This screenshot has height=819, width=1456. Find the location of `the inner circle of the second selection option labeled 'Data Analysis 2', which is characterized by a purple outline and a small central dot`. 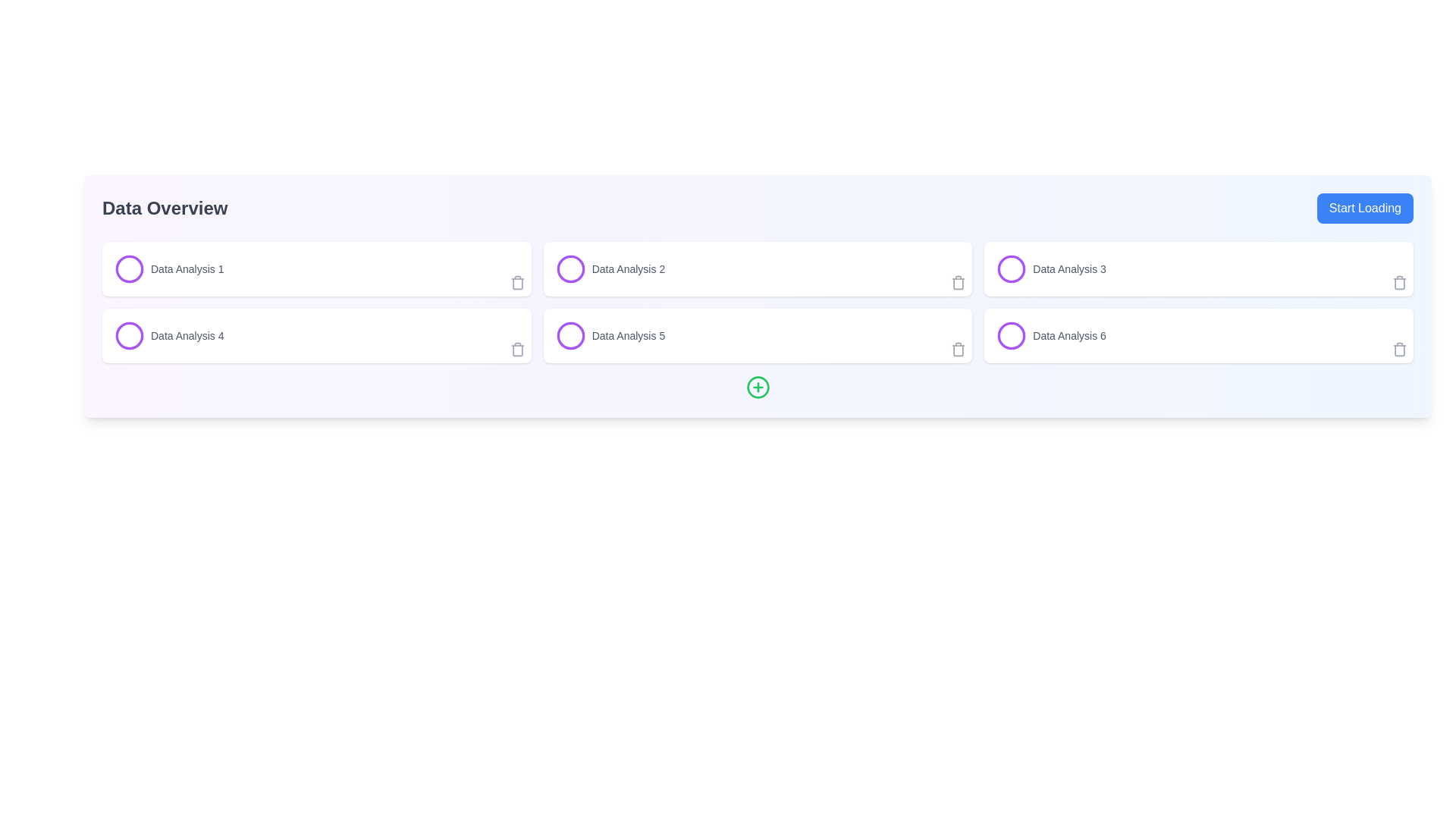

the inner circle of the second selection option labeled 'Data Analysis 2', which is characterized by a purple outline and a small central dot is located at coordinates (570, 268).